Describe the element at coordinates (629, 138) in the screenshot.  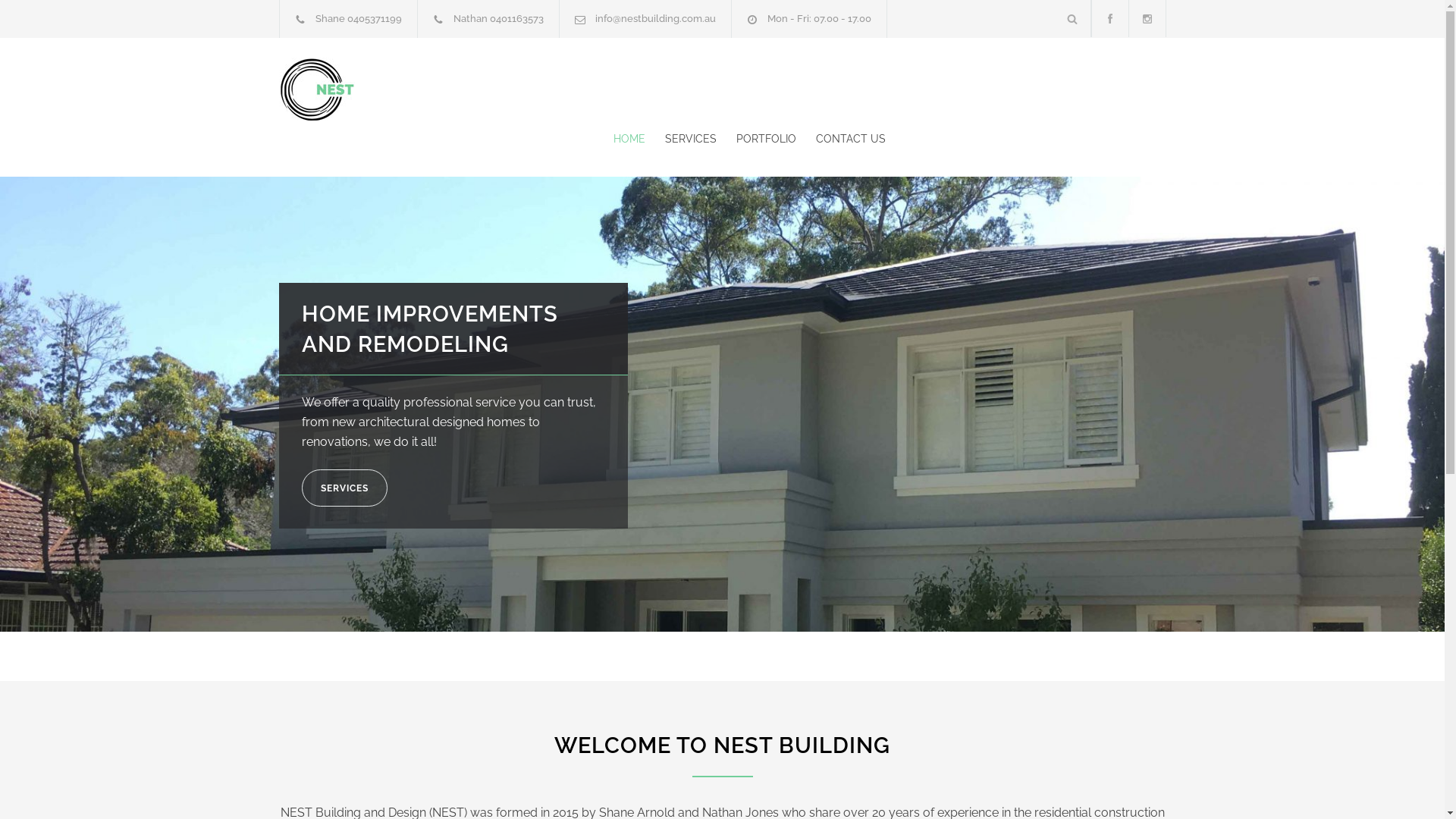
I see `'HOME'` at that location.